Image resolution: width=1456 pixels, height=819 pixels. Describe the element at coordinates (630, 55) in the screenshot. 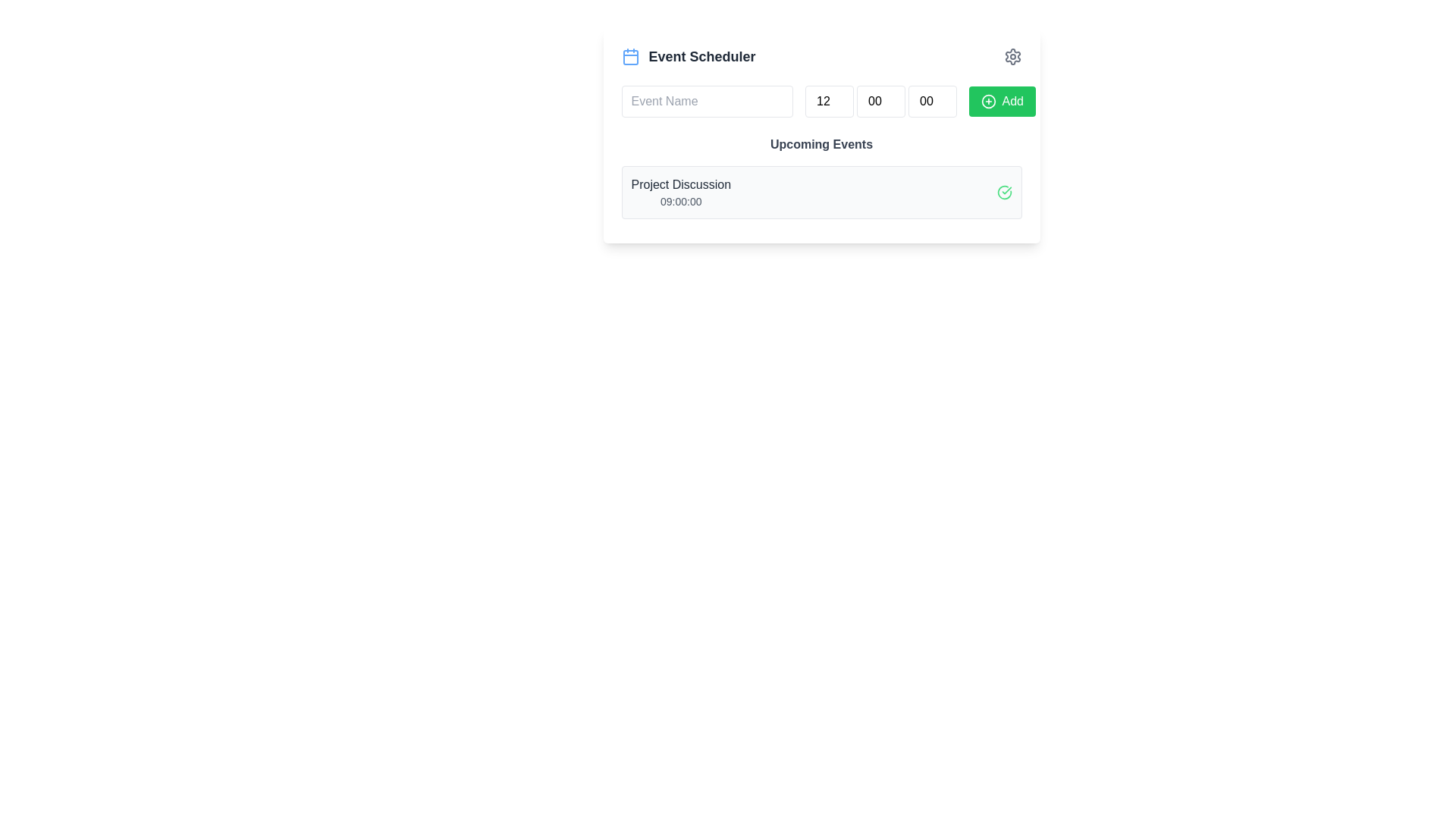

I see `the calendar icon located in the header area to the left of the bold text 'Event Scheduler'` at that location.